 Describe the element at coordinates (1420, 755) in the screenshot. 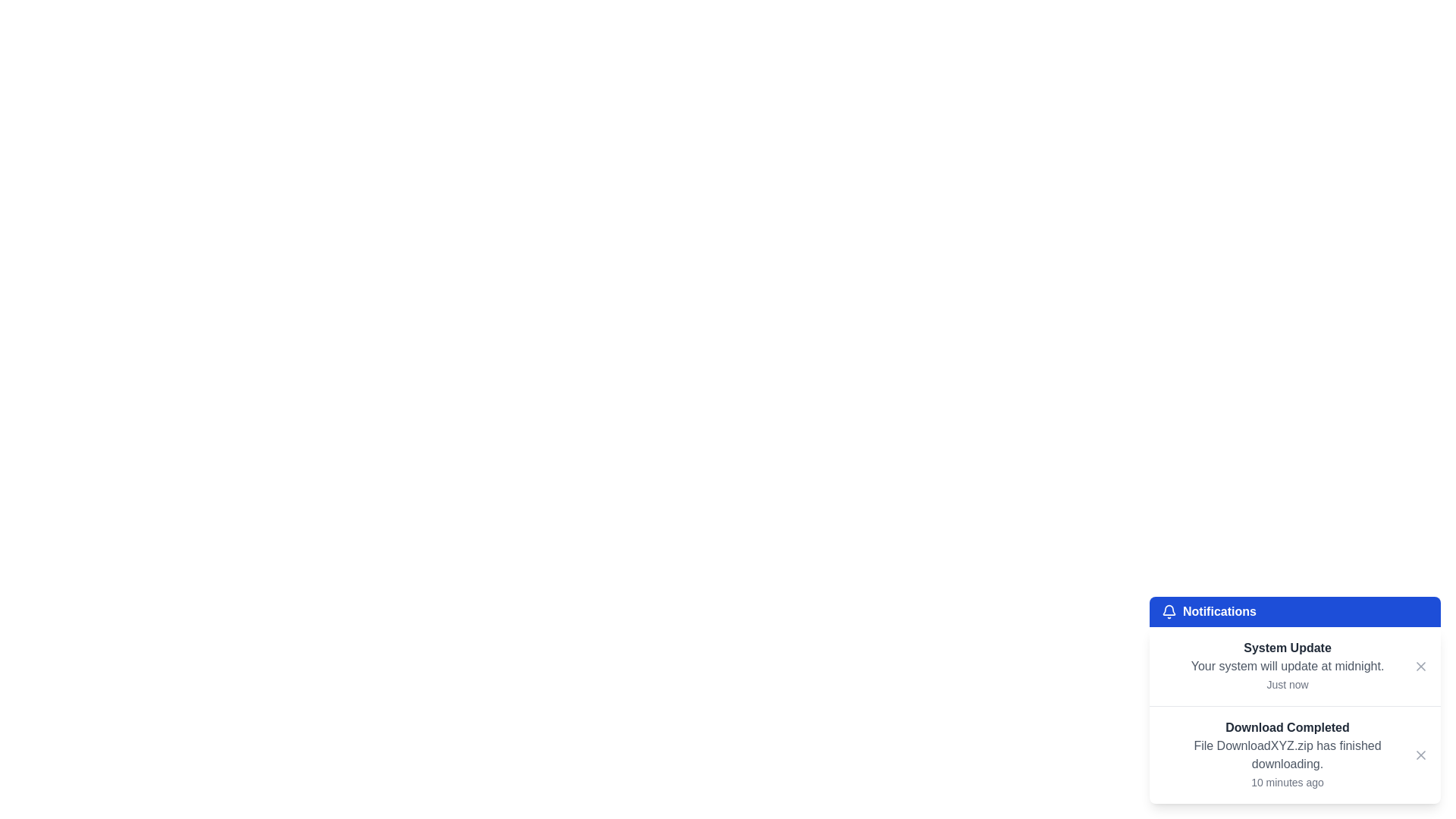

I see `the icon button located at the far-right end of the 'Download Completed' notification card` at that location.